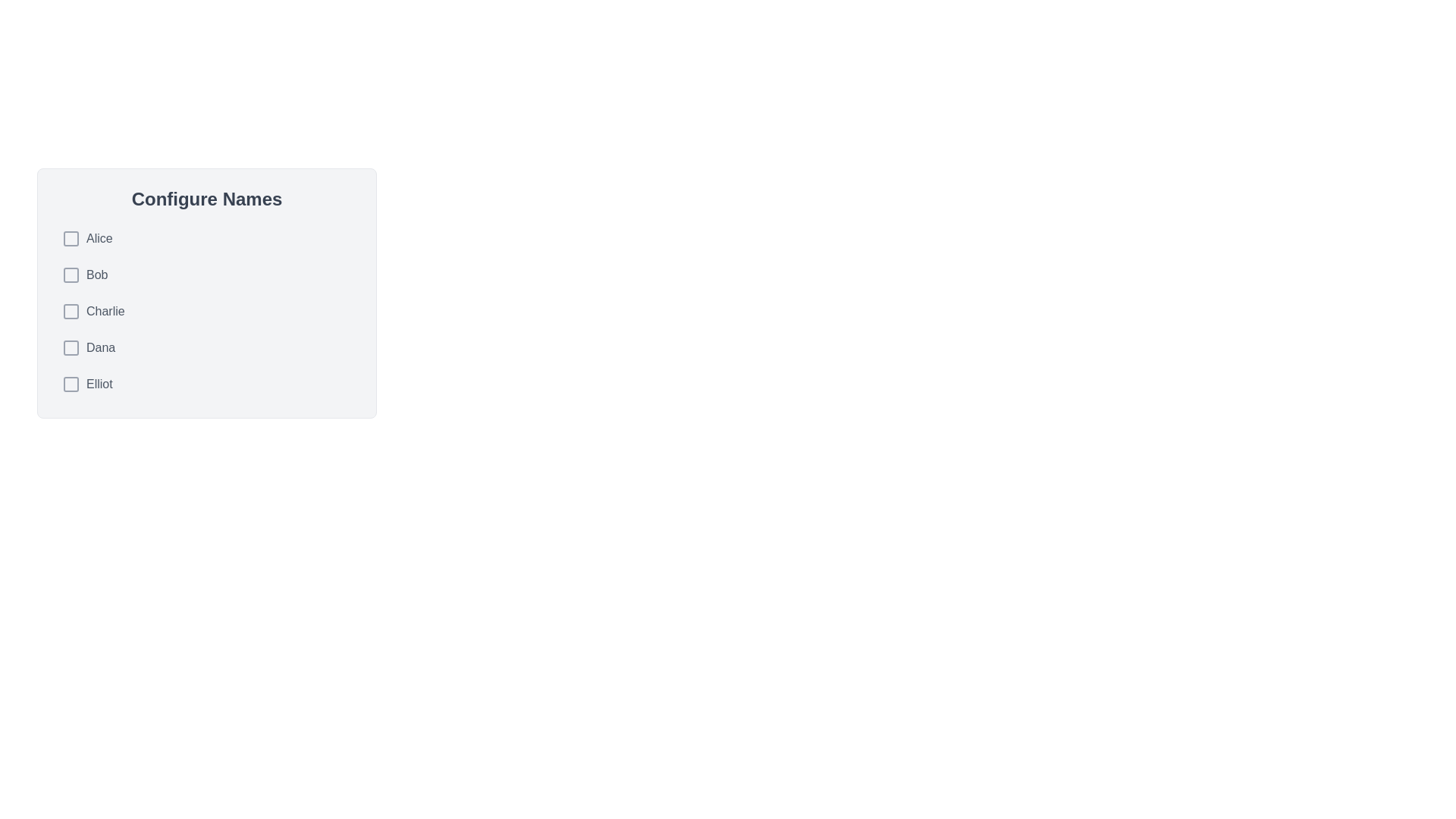 This screenshot has width=1456, height=819. I want to click on the text label for the name 'Bob' in the 'Configure Names' section, which is the second entry in the list, so click(96, 275).